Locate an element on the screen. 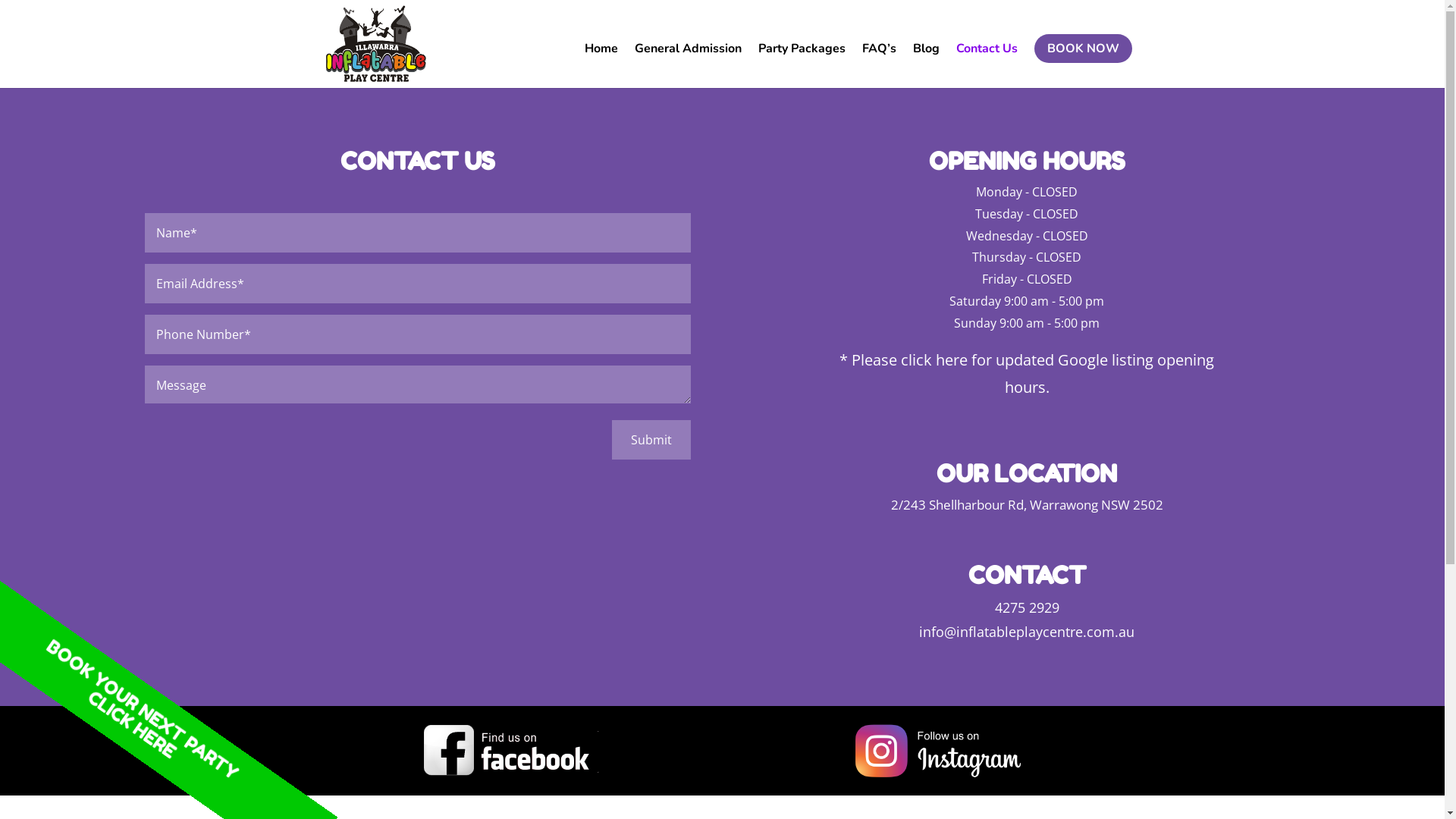 Image resolution: width=1456 pixels, height=819 pixels. 'General Admission' is located at coordinates (633, 64).